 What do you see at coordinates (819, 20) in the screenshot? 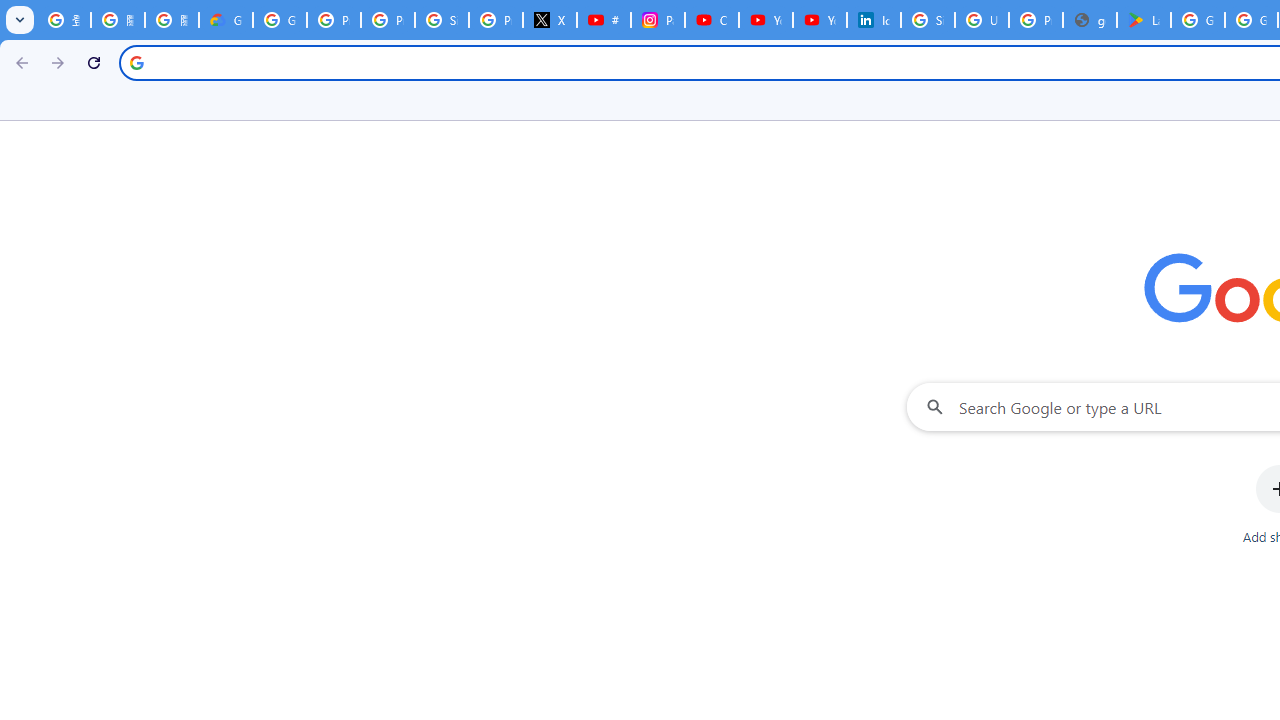
I see `'YouTube Culture & Trends - YouTube Top 10, 2021'` at bounding box center [819, 20].